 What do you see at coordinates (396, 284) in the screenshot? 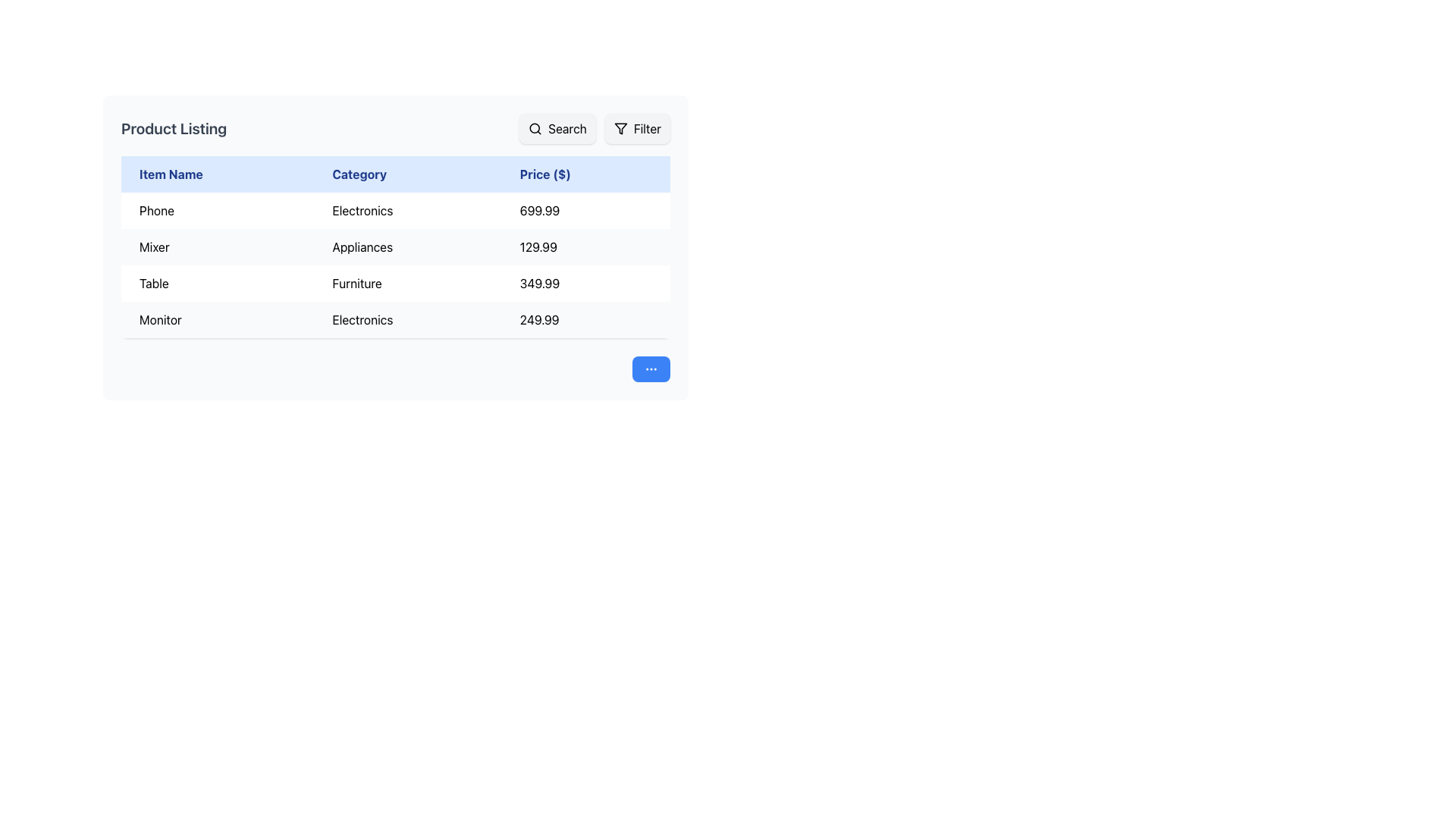
I see `information in the third row of the table displaying 'Table' as Item Name, 'Furniture' as Category, and '349.99' as Price` at bounding box center [396, 284].